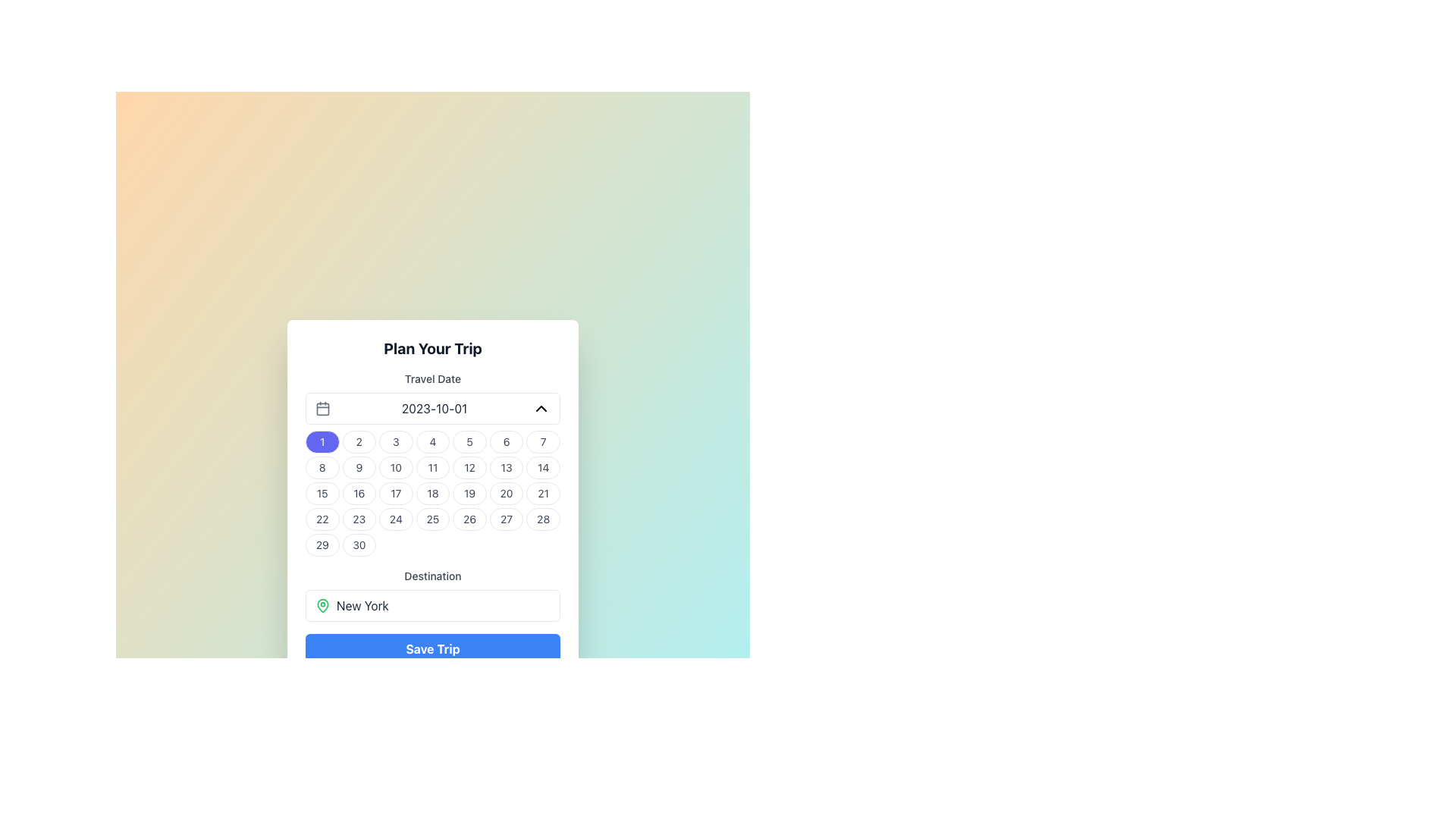  Describe the element at coordinates (469, 494) in the screenshot. I see `the circular button labeled '19' in the calendar grid below the 'Travel Date' header` at that location.